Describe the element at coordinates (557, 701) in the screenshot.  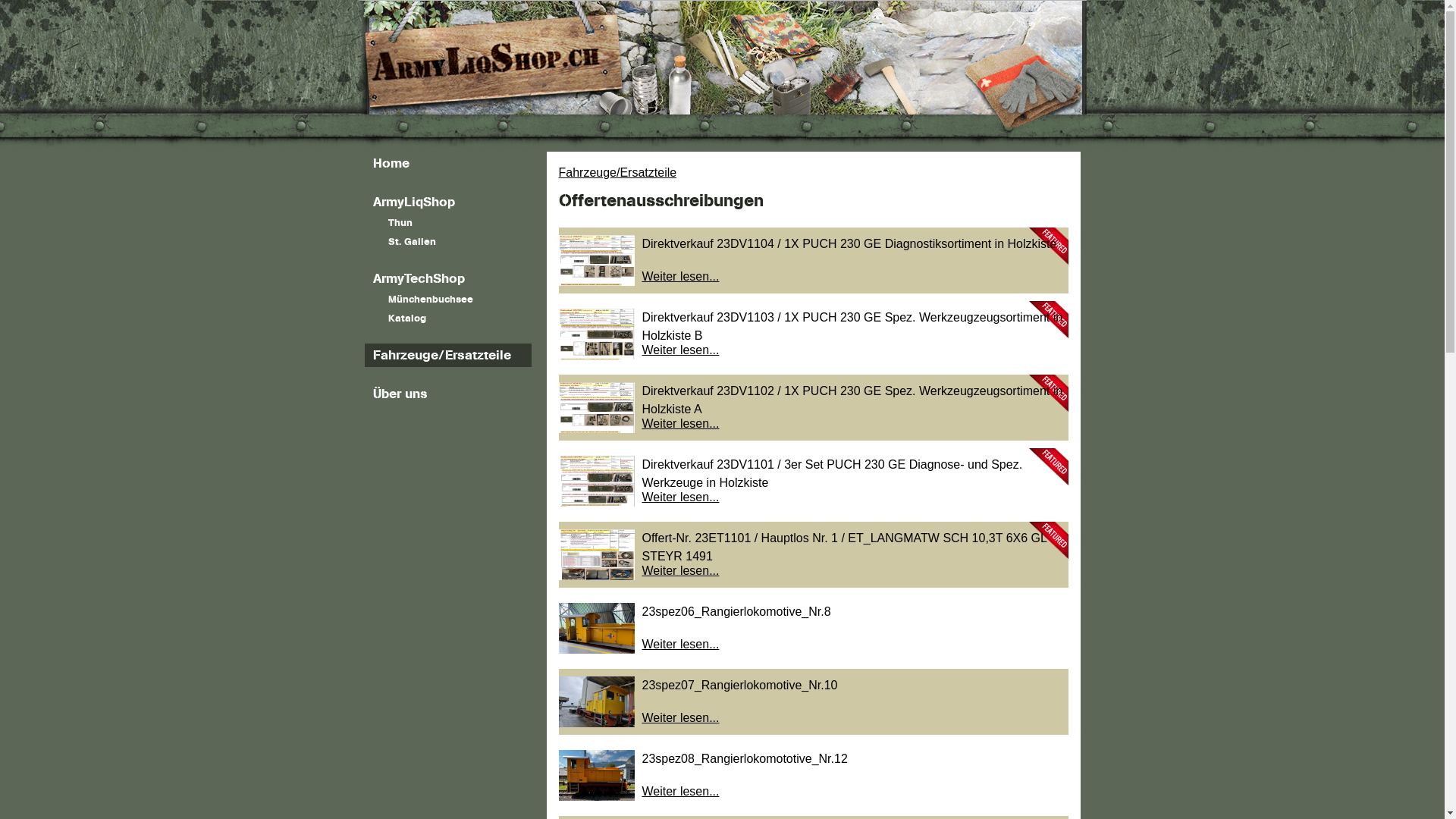
I see `'23spez07_Rangierlokomotive_Nr.10` at that location.